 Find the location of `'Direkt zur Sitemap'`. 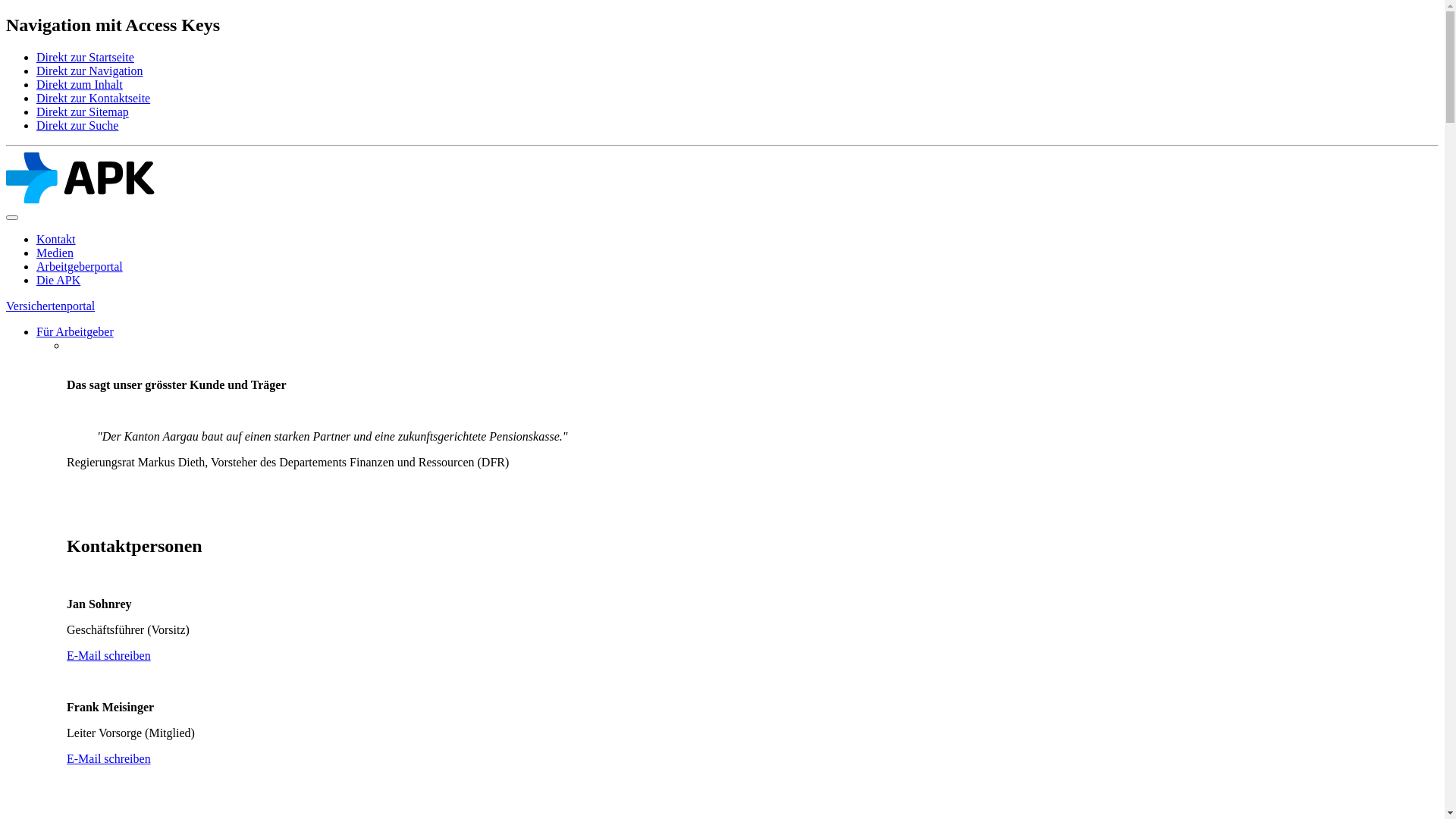

'Direkt zur Sitemap' is located at coordinates (82, 111).